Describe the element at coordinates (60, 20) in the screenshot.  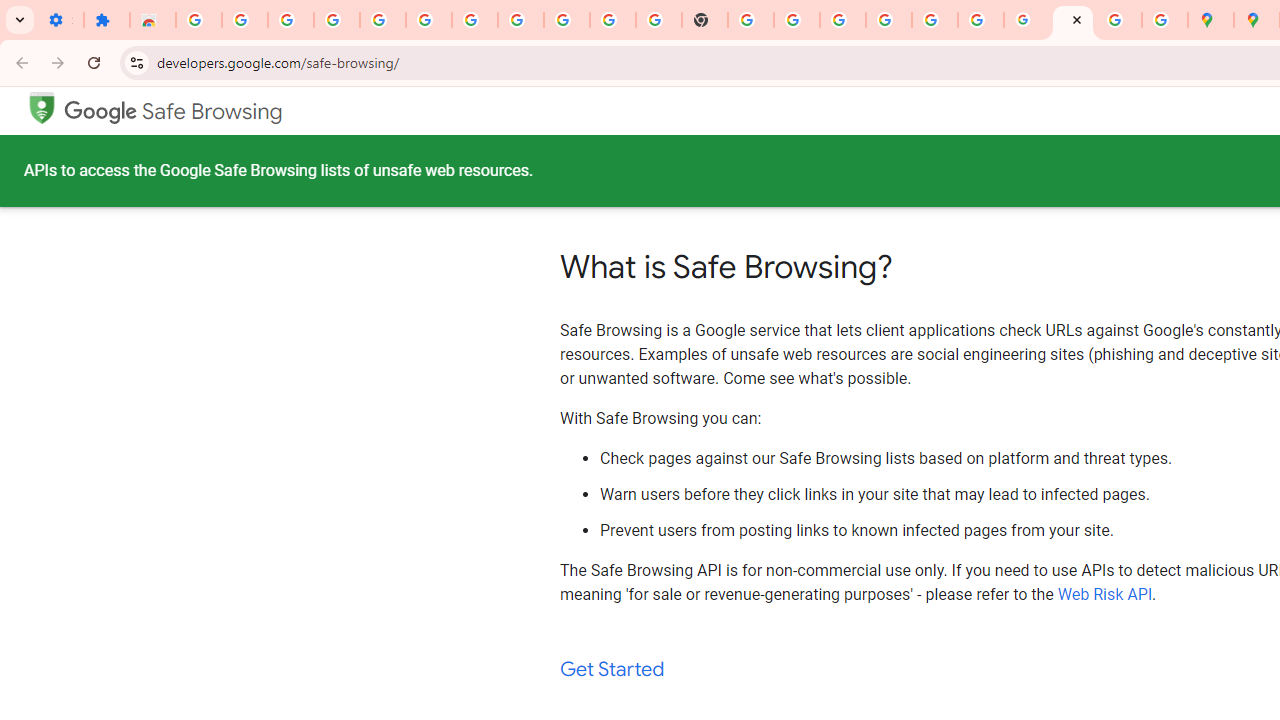
I see `'Settings - On startup'` at that location.